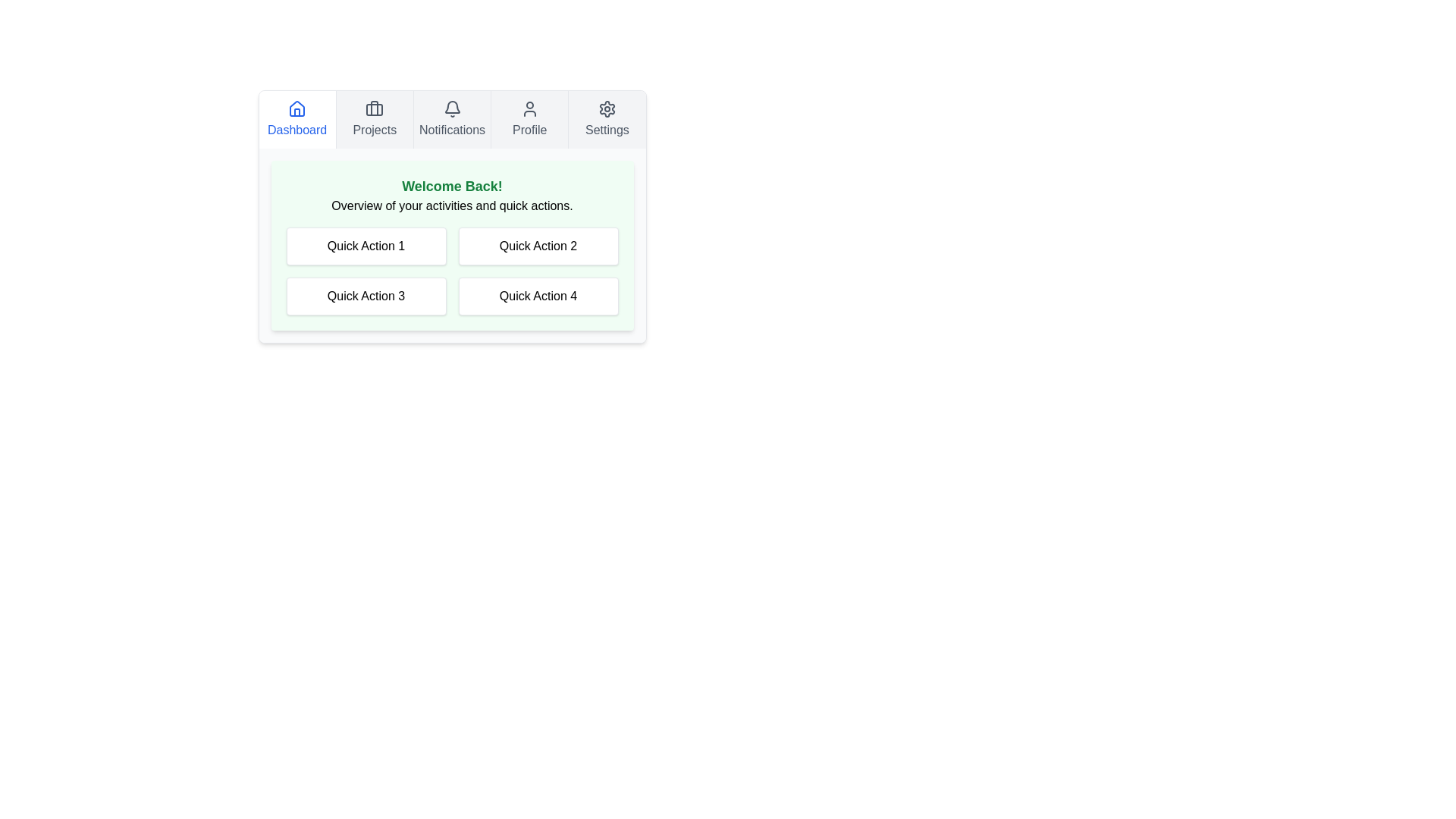 The width and height of the screenshot is (1456, 819). Describe the element at coordinates (375, 130) in the screenshot. I see `the content of the navigation label that directs users to projects, located in the top navigation bar, second from the left after 'Dashboard'` at that location.